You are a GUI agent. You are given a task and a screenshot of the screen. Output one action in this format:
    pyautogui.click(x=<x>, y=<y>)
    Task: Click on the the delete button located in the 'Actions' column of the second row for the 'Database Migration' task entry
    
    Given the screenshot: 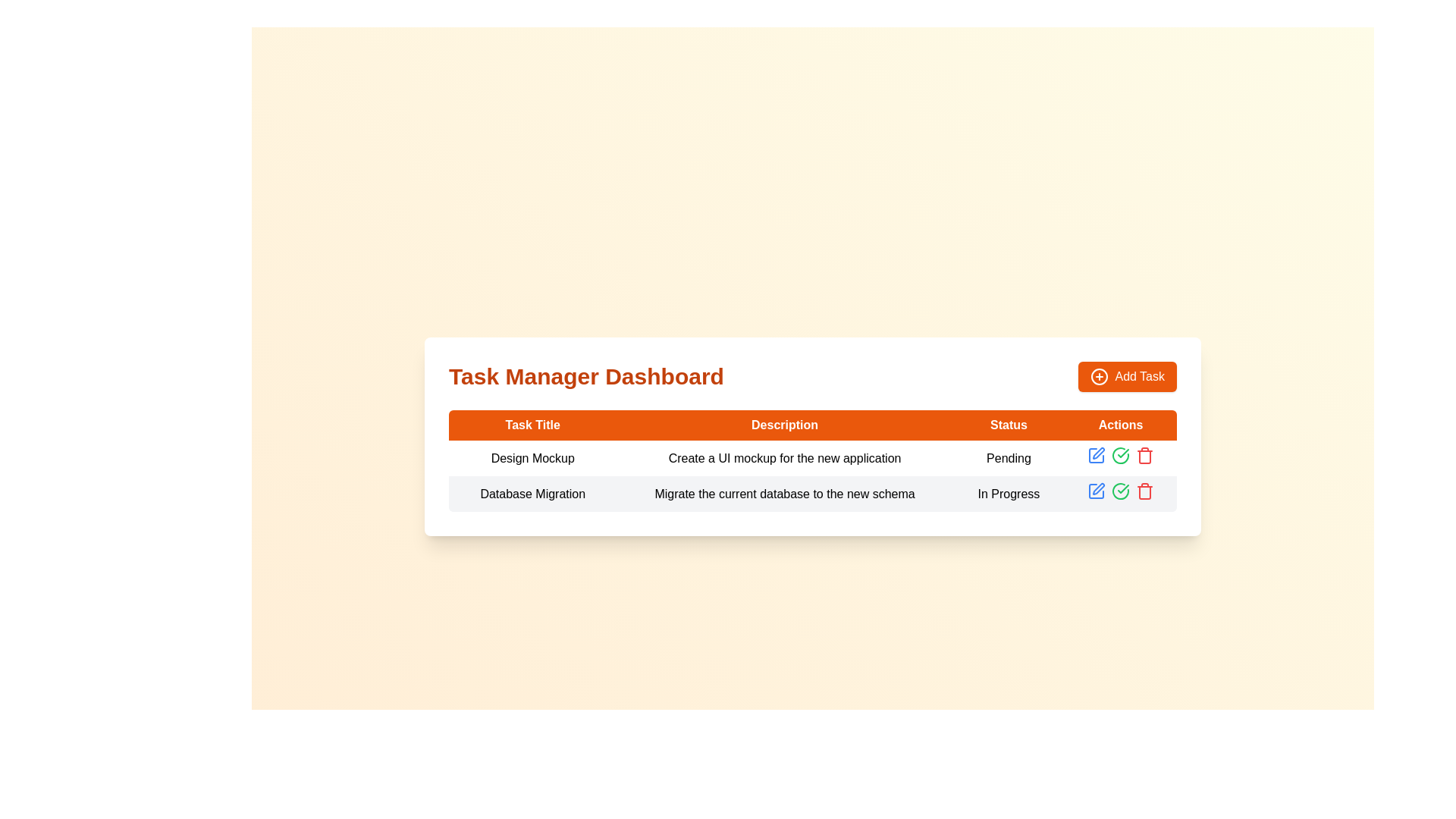 What is the action you would take?
    pyautogui.click(x=1145, y=491)
    